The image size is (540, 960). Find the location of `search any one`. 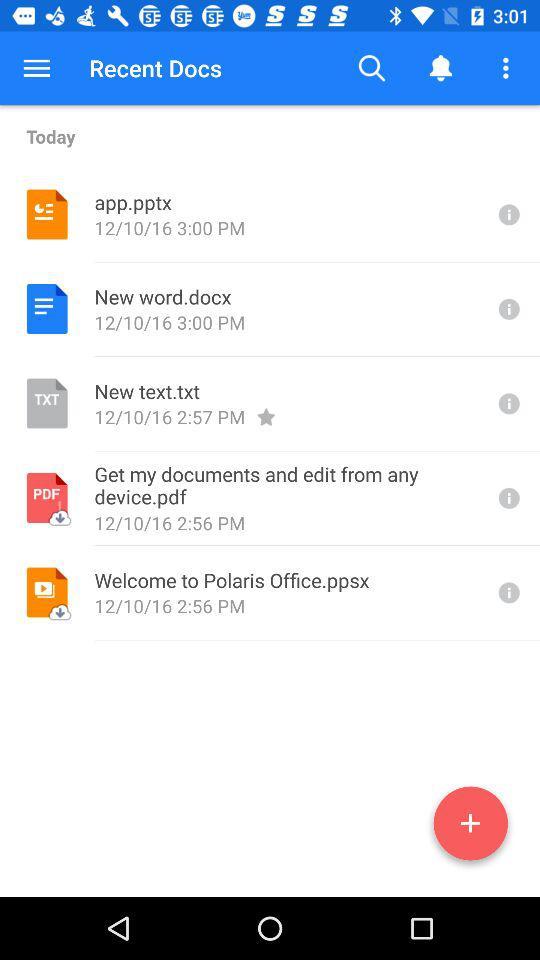

search any one is located at coordinates (507, 497).